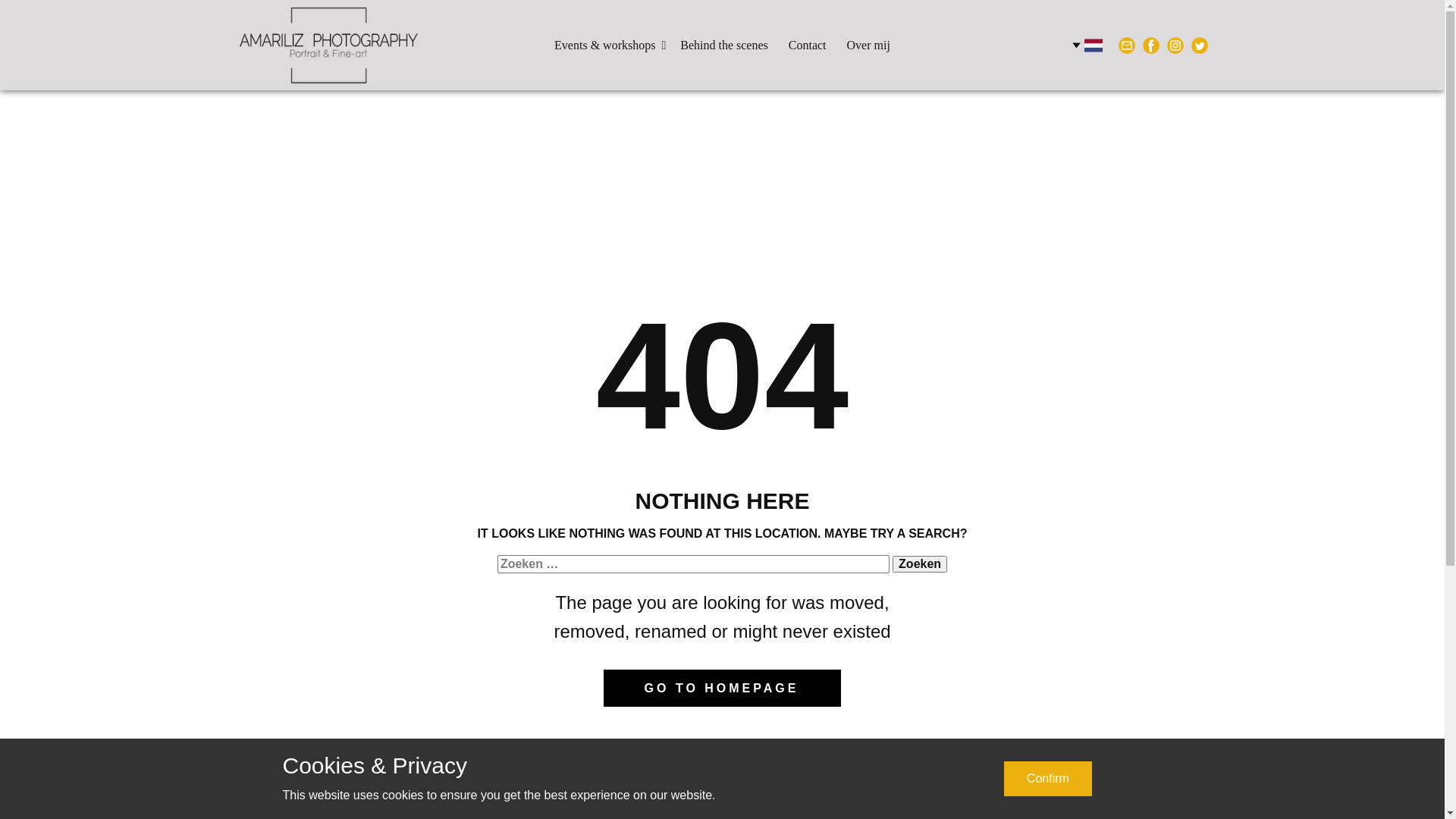 The image size is (1456, 819). I want to click on 'Email', so click(1125, 45).